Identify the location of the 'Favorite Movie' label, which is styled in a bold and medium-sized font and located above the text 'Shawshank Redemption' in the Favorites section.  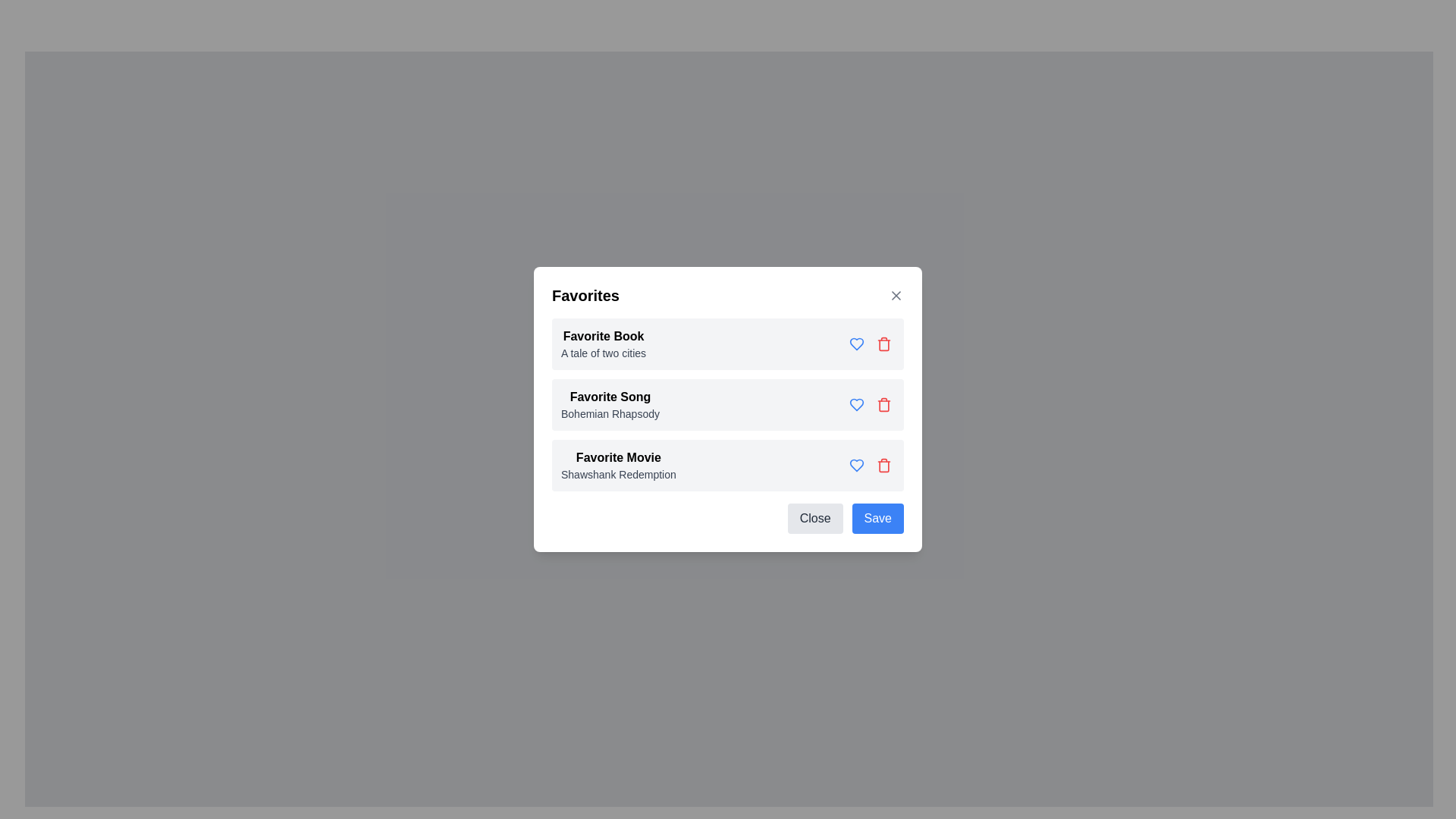
(618, 457).